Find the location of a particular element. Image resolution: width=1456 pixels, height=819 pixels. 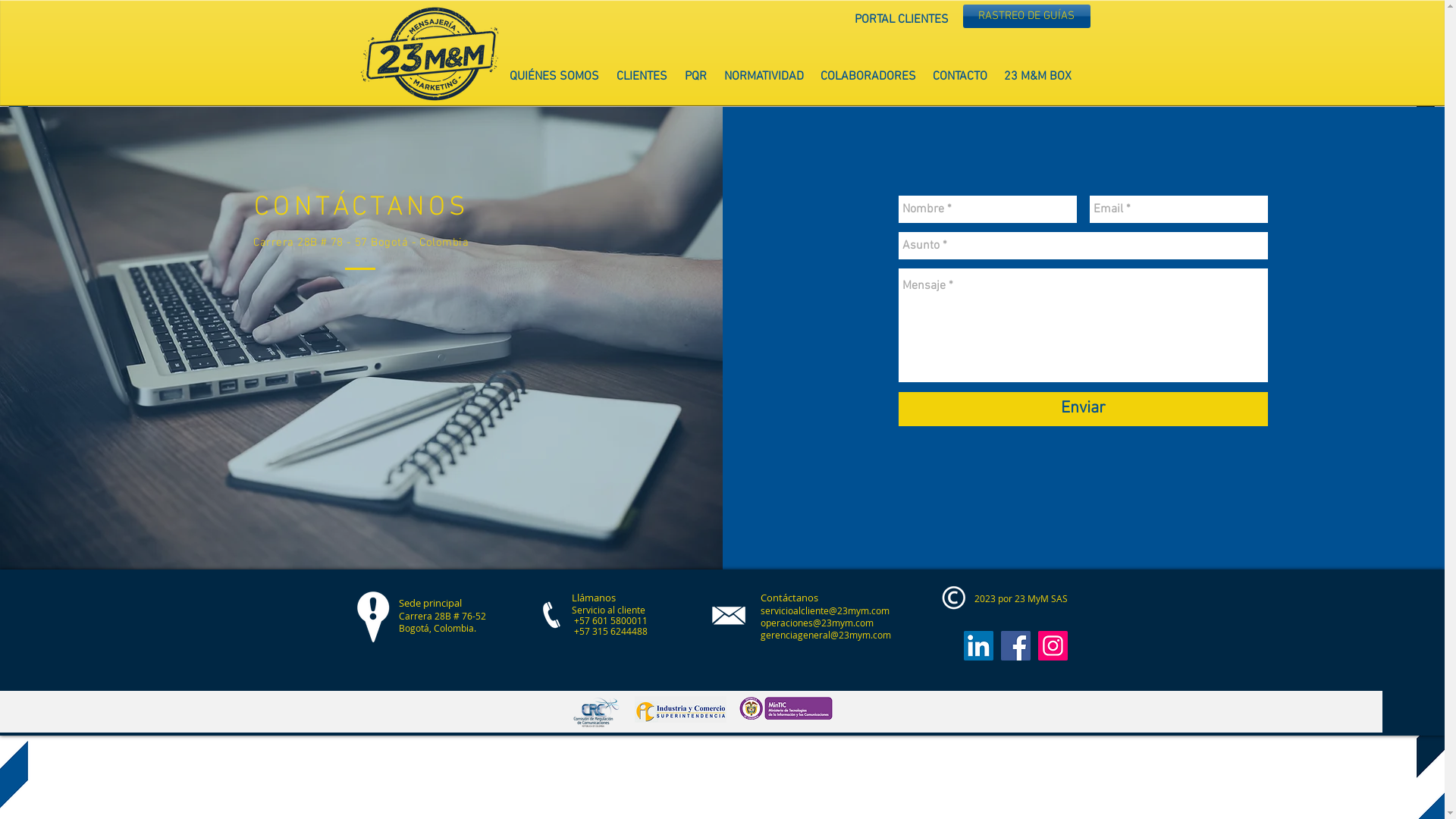

'Enviar' is located at coordinates (1082, 408).